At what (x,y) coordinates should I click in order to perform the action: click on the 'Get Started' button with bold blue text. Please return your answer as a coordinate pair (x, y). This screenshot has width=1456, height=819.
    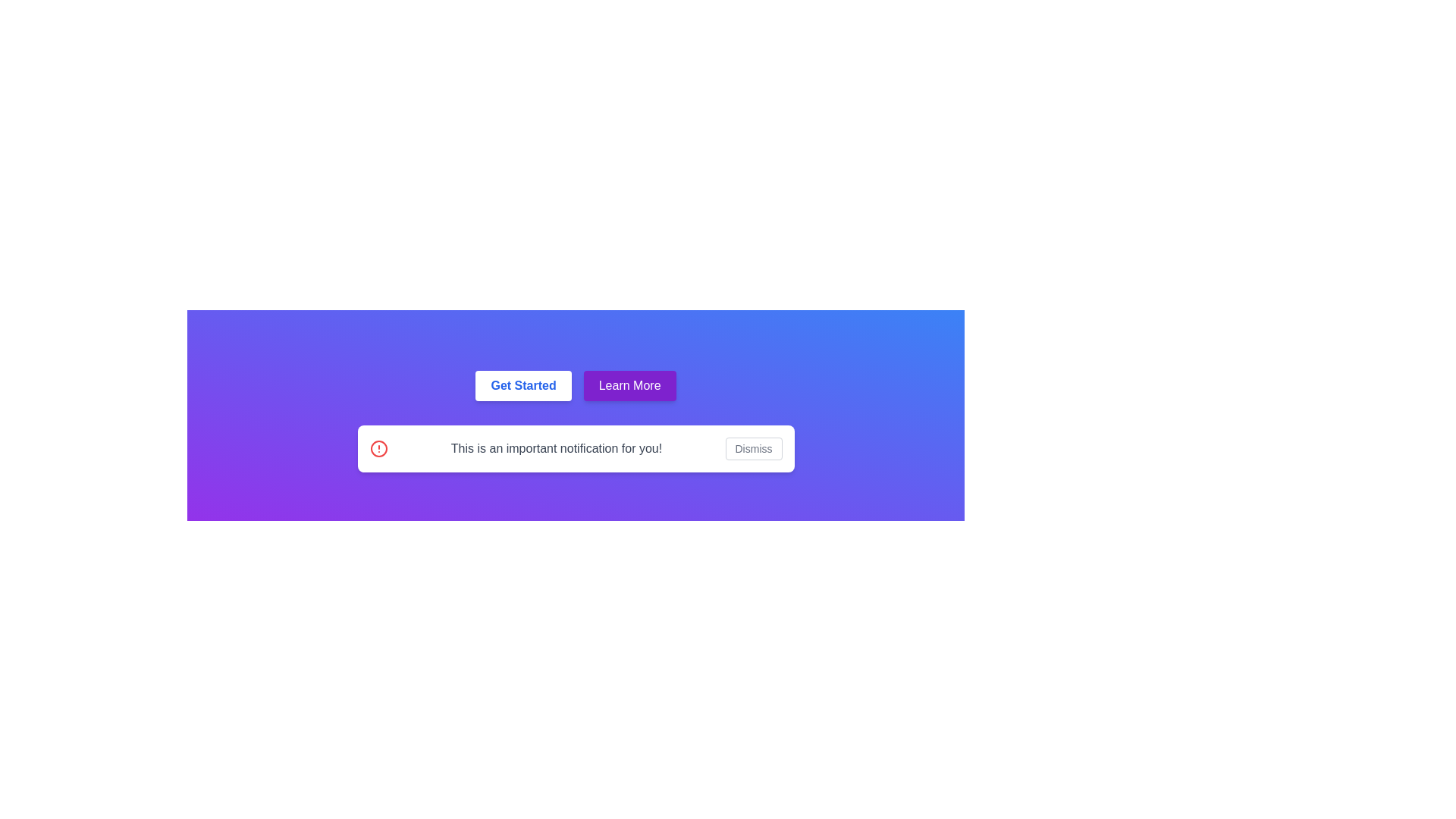
    Looking at the image, I should click on (523, 385).